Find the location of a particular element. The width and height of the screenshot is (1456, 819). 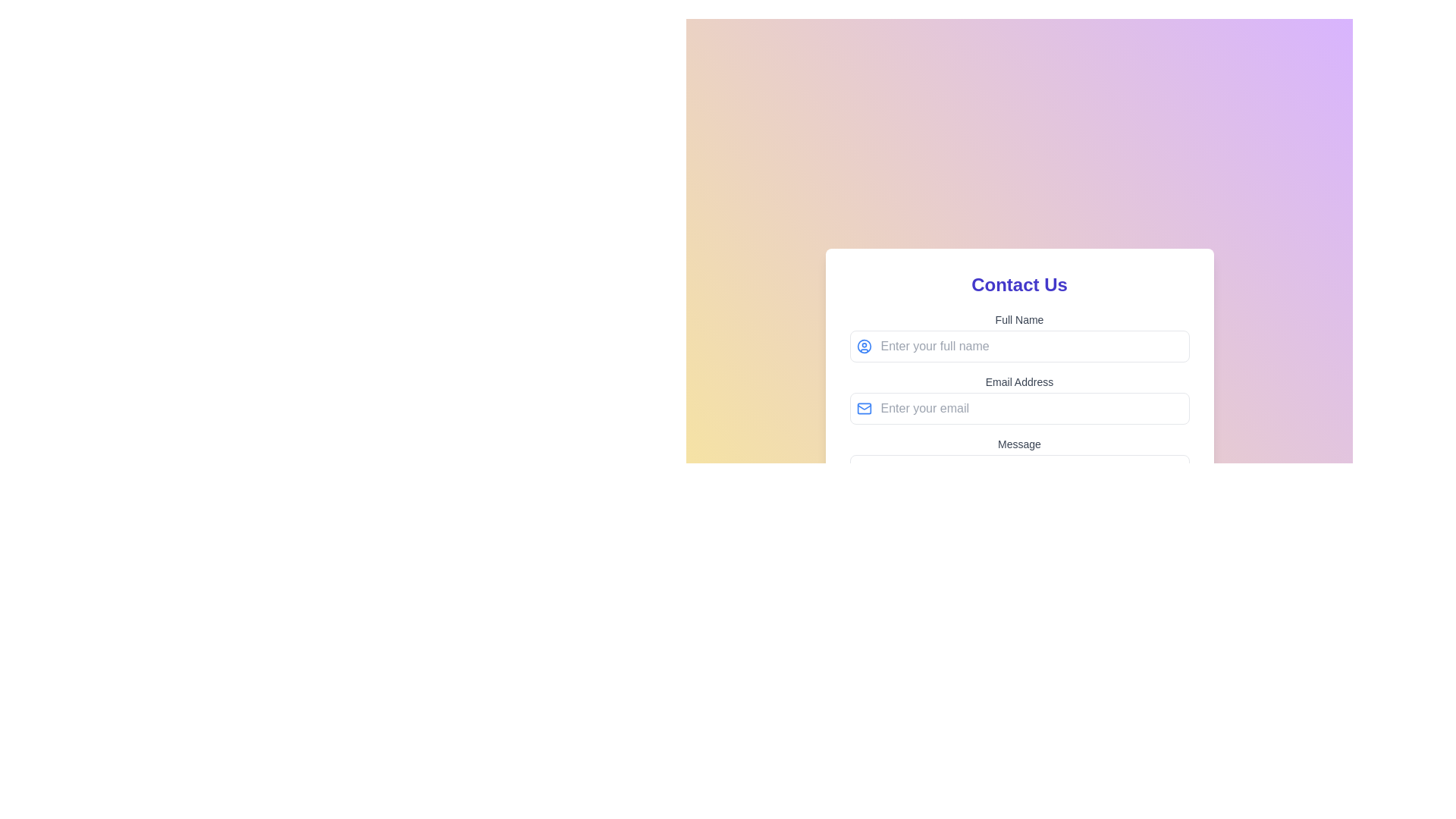

the email address input field, which is the second input group in the contact form located below the 'Full Name' field and above the 'Message' field is located at coordinates (1019, 399).